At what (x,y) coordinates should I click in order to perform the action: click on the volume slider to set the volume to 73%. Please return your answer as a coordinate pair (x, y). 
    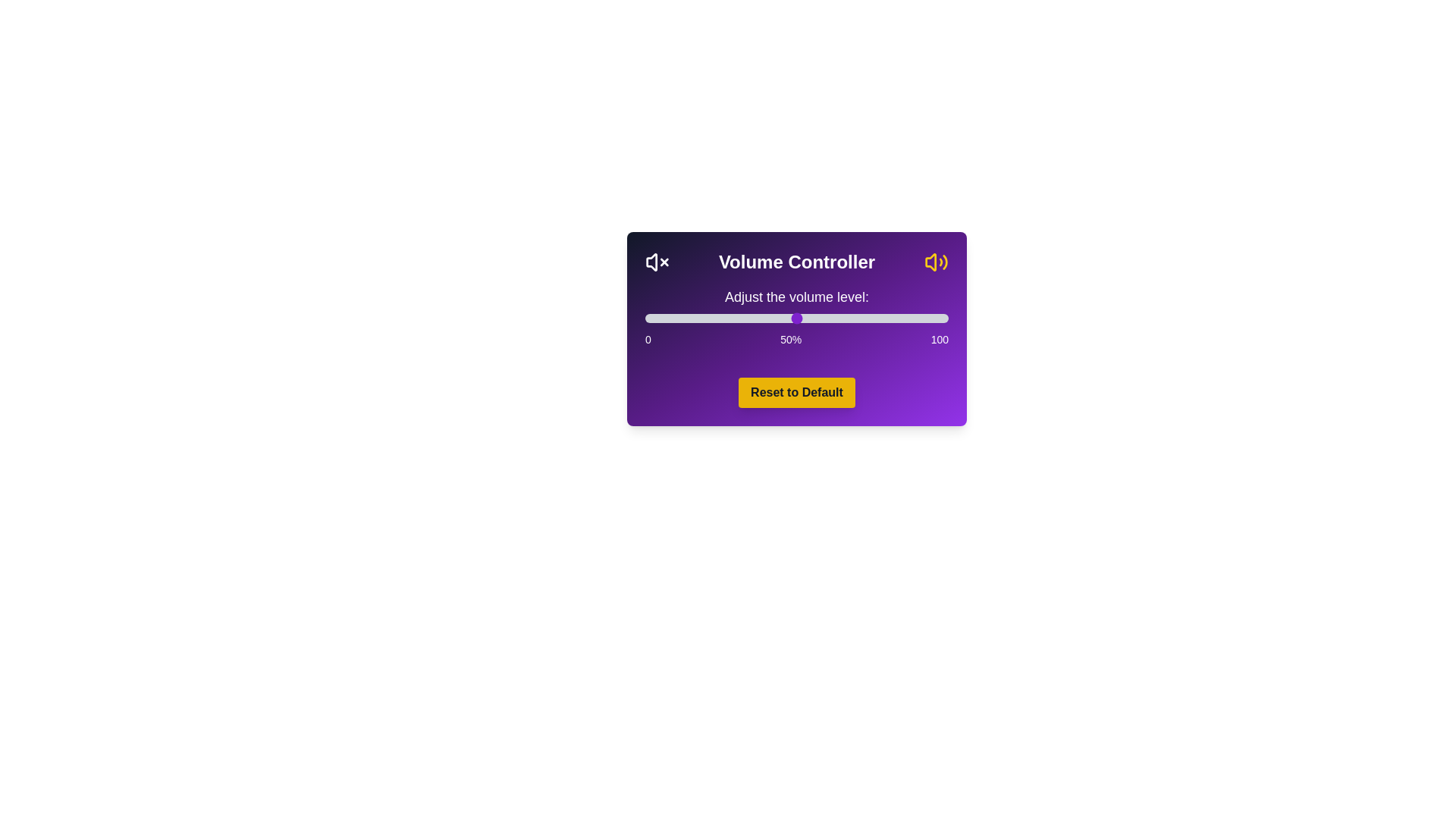
    Looking at the image, I should click on (866, 318).